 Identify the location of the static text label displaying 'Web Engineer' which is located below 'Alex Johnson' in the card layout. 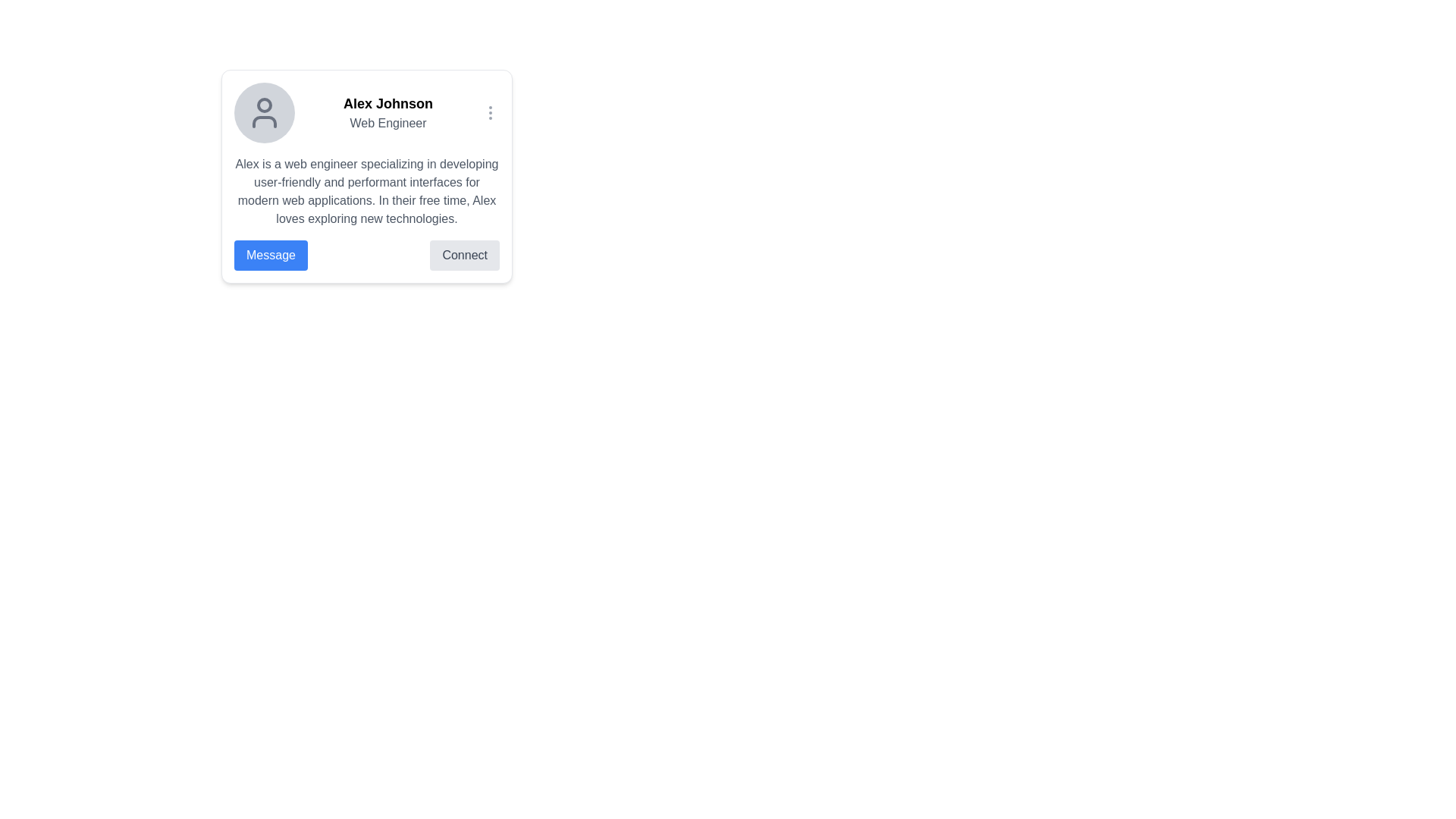
(388, 122).